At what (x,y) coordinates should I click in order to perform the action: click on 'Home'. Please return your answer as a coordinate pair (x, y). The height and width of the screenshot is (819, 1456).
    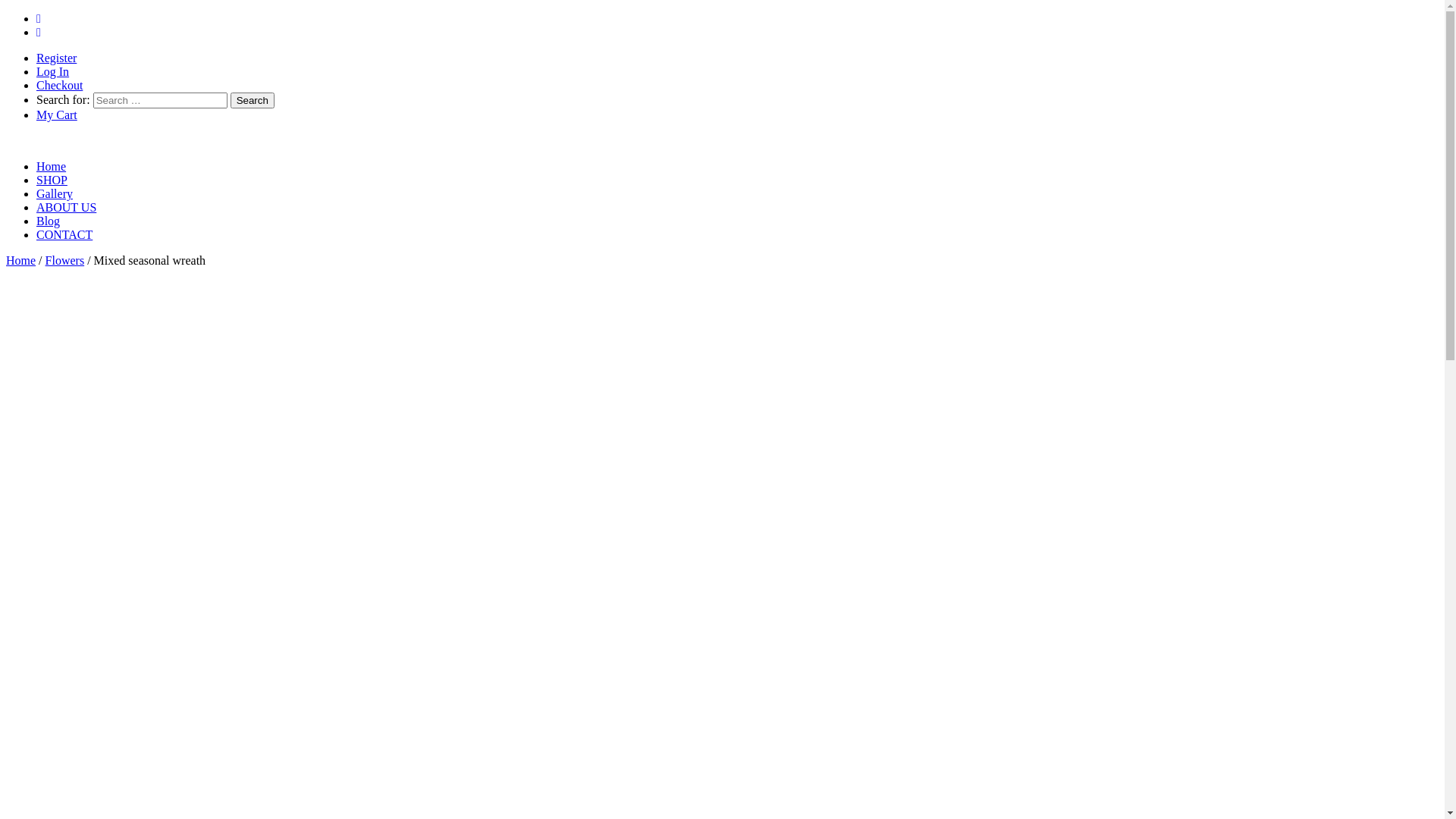
    Looking at the image, I should click on (20, 259).